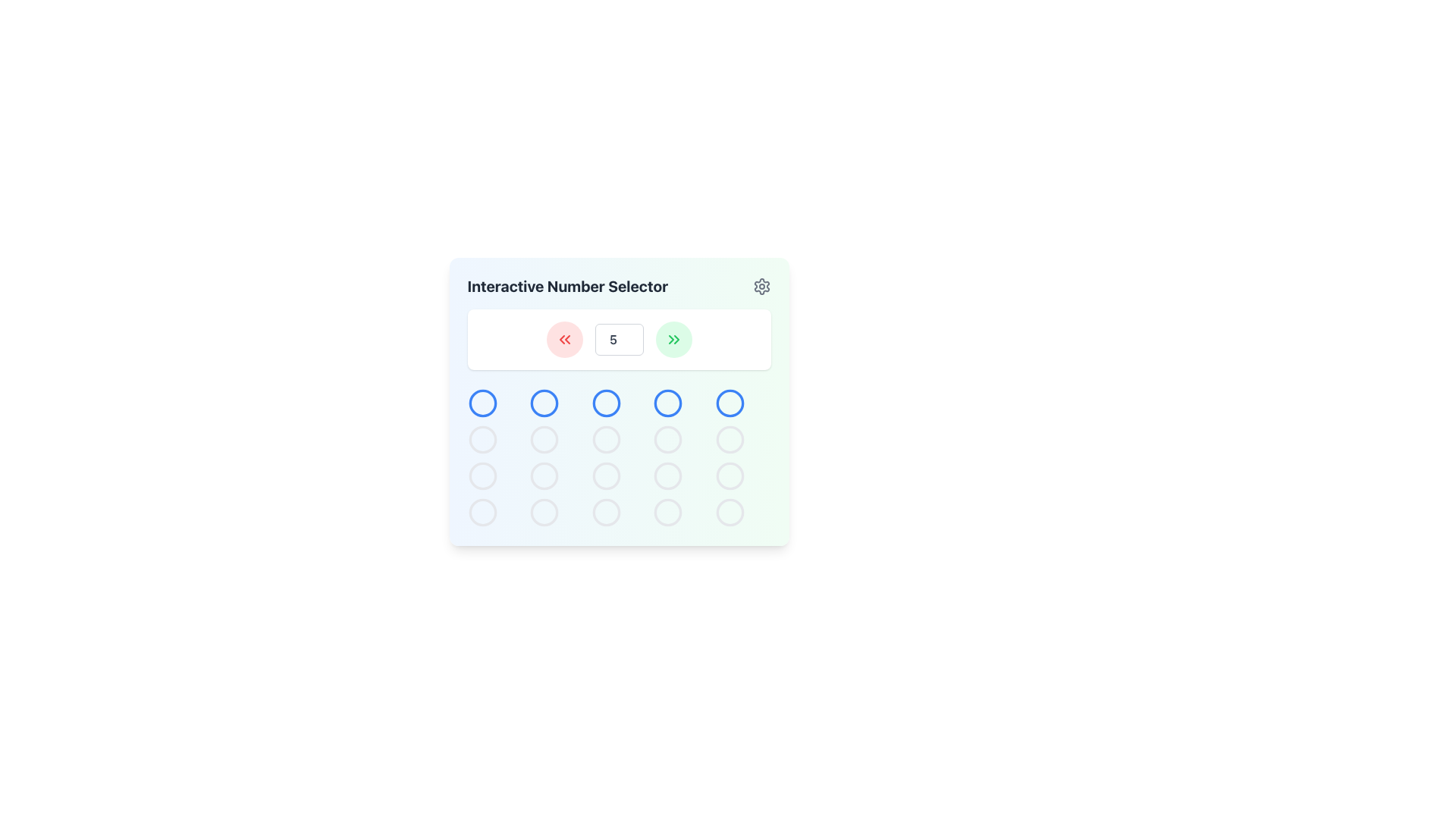 This screenshot has width=1456, height=819. I want to click on the circular indicator button located in the third row and third column of the grid below the 'Interactive Number Selector', so click(605, 512).